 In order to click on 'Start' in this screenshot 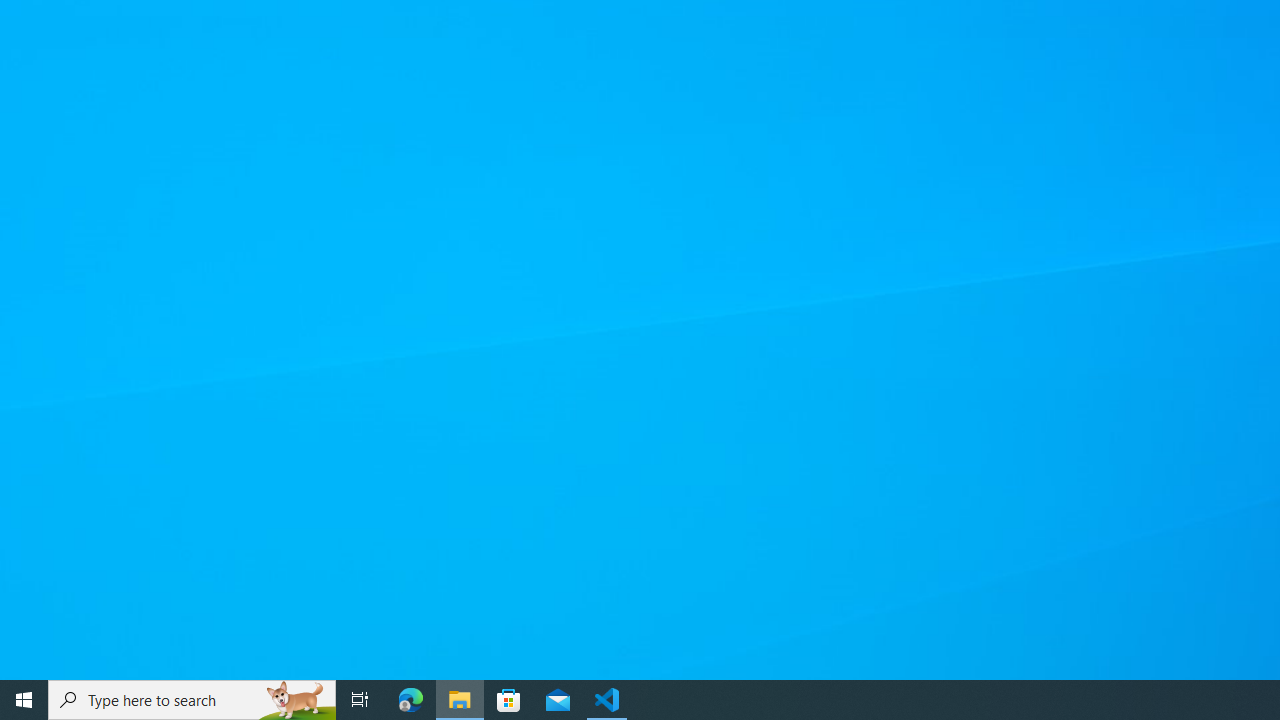, I will do `click(24, 698)`.